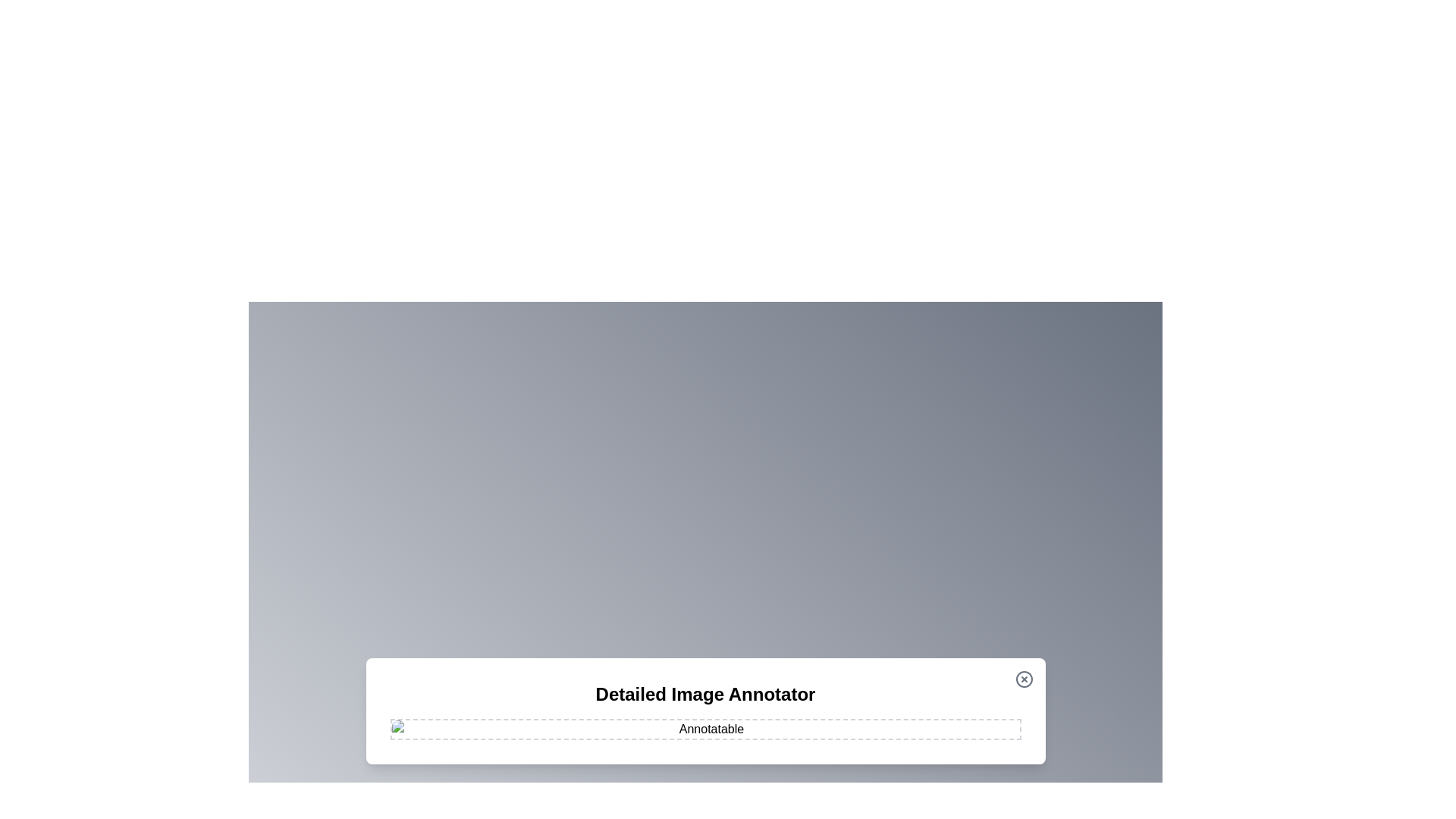  Describe the element at coordinates (877, 733) in the screenshot. I see `the image at coordinates (1158, 968) to add an annotation` at that location.